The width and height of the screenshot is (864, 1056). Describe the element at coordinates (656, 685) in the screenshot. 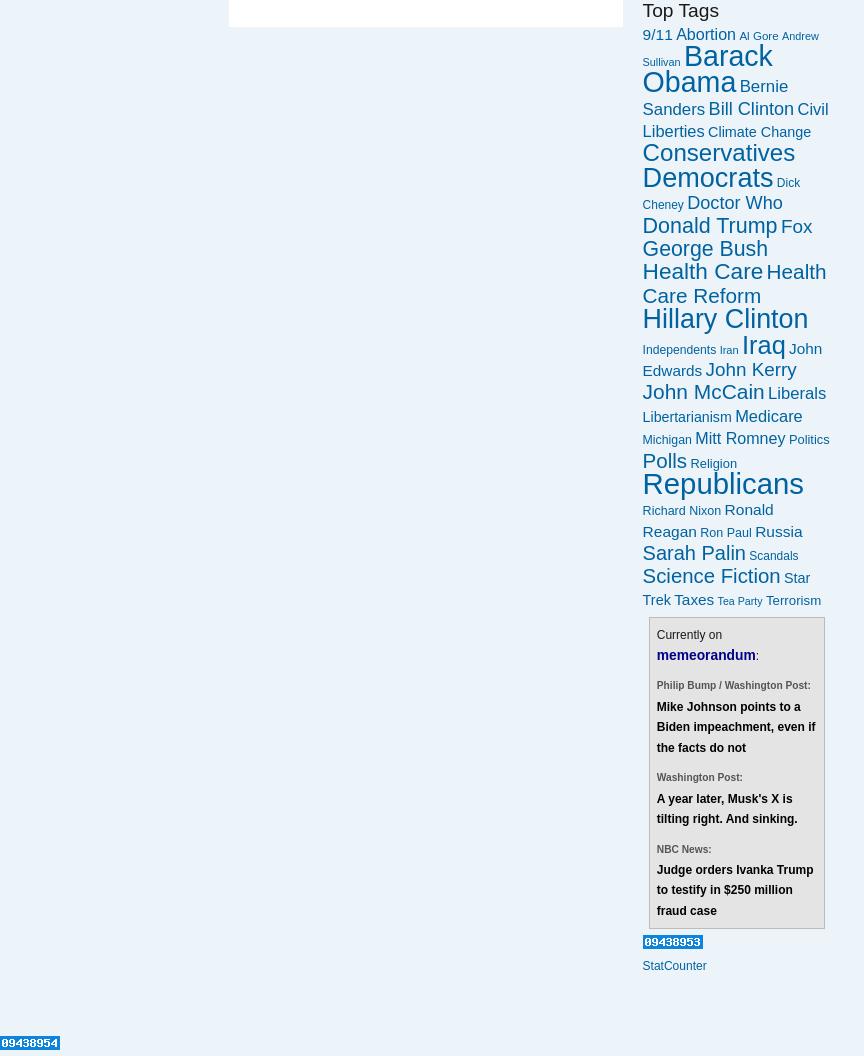

I see `'Philip Bump / Washington Post:'` at that location.